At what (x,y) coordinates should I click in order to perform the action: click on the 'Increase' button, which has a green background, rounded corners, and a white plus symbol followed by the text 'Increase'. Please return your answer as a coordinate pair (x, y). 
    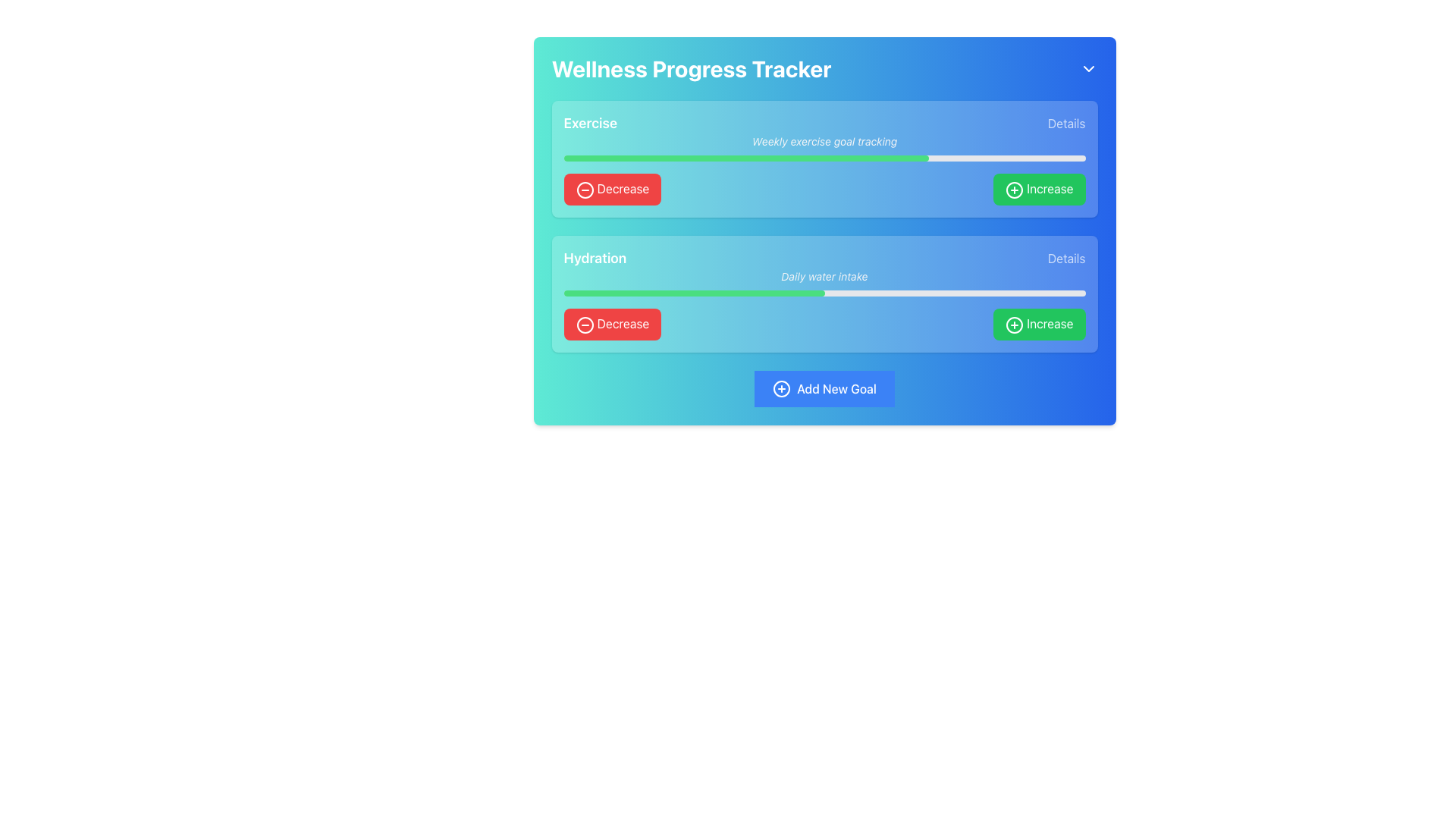
    Looking at the image, I should click on (1038, 188).